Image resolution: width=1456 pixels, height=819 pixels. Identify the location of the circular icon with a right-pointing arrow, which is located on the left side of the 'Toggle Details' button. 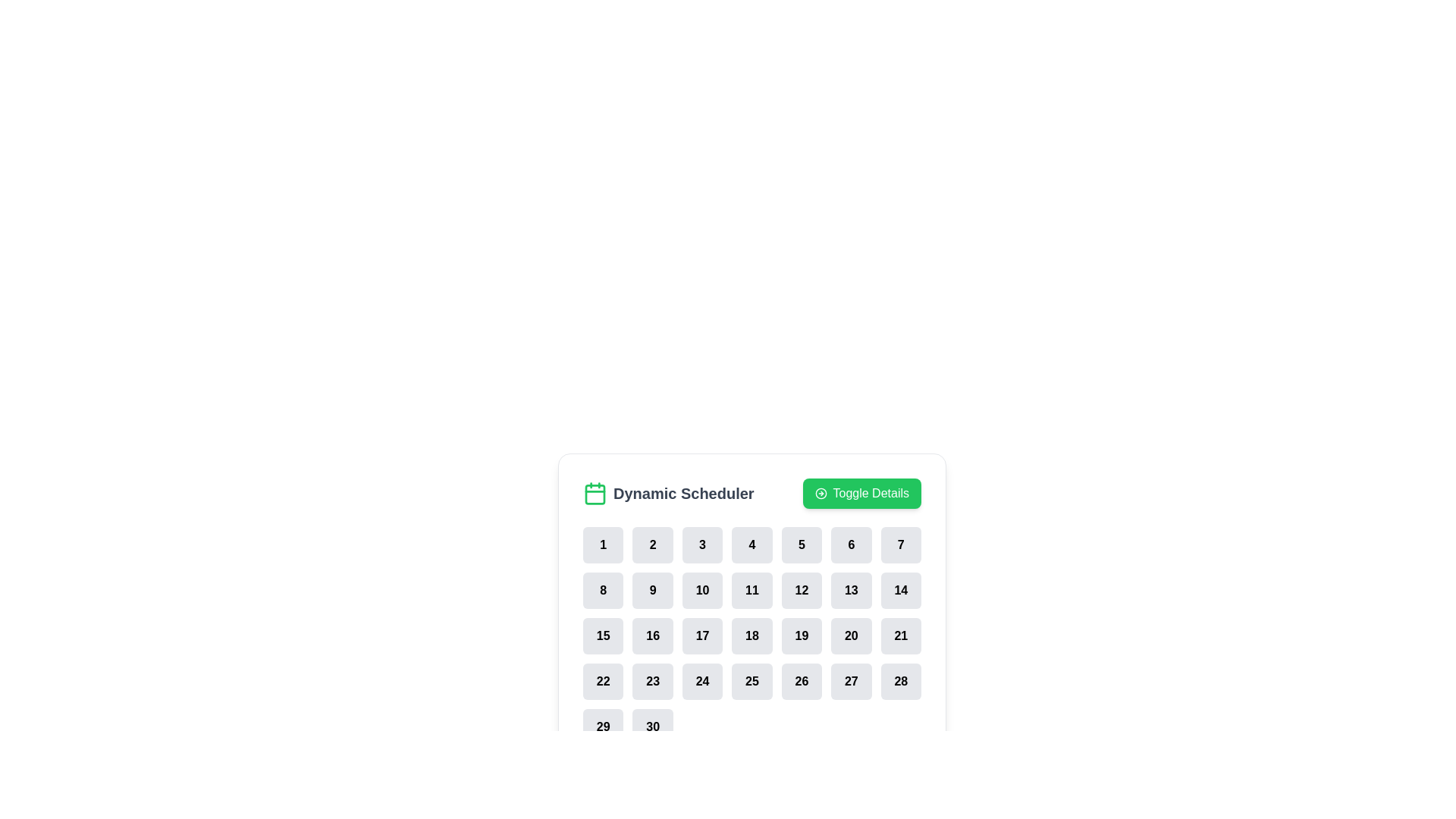
(820, 494).